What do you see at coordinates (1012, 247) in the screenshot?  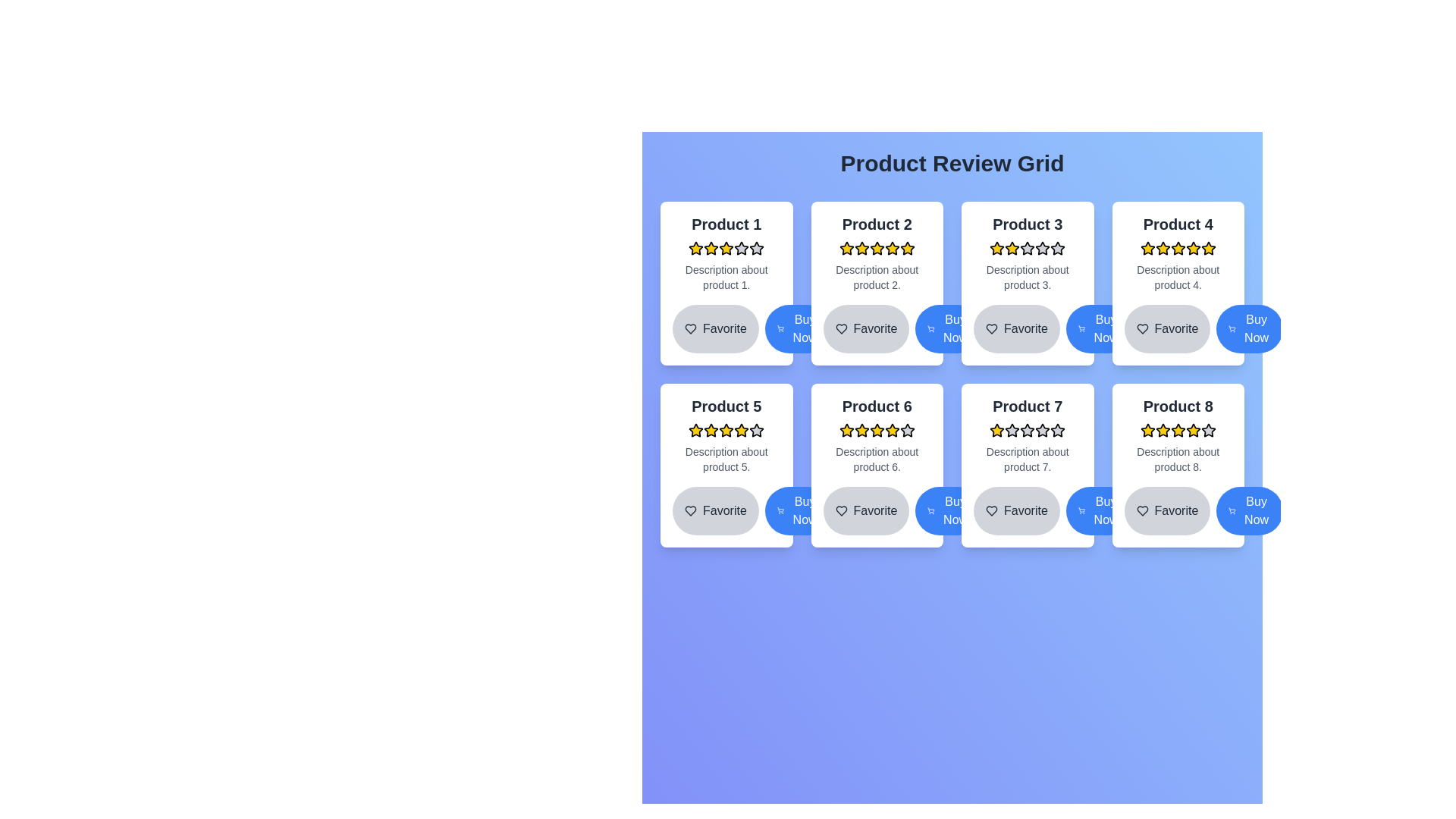 I see `the third star icon in the rating component for 'Product 3', which is styled with a yellow fill color and black outline` at bounding box center [1012, 247].